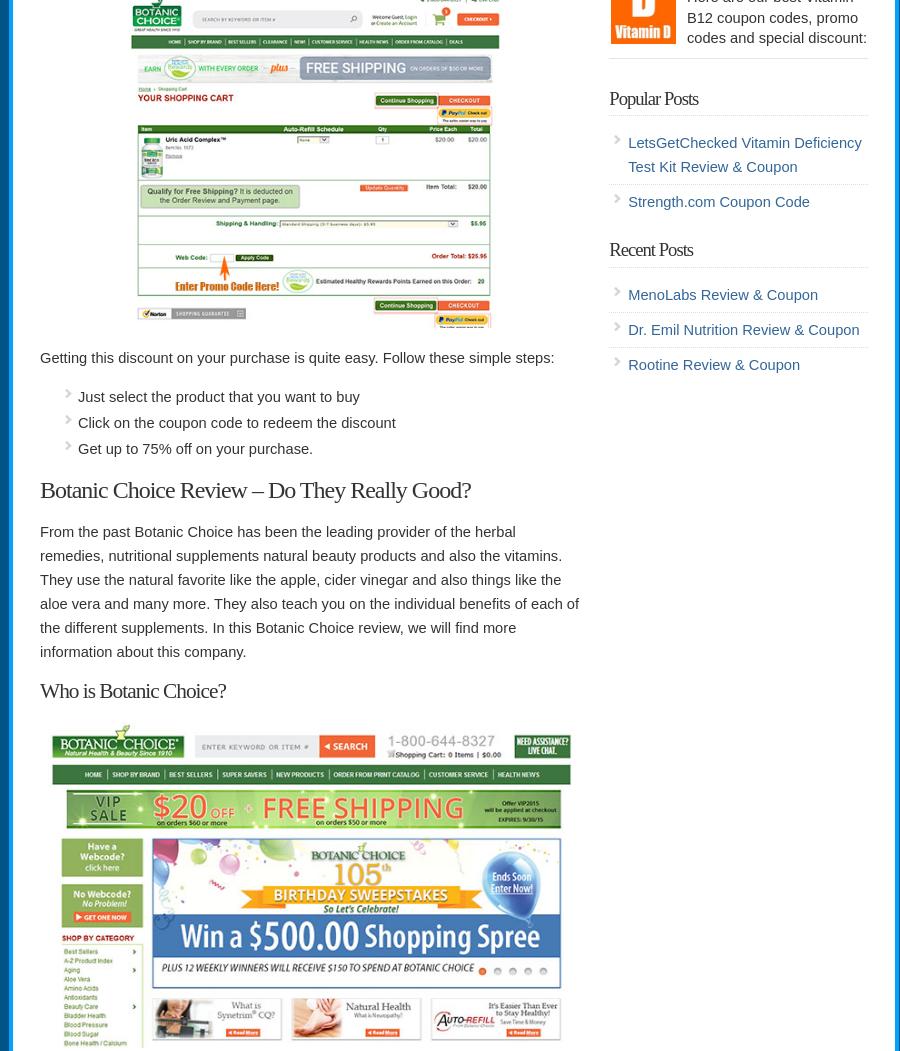 This screenshot has width=900, height=1051. What do you see at coordinates (743, 154) in the screenshot?
I see `'LetsGetChecked Vitamin Deficiency Test Kit Review & Coupon'` at bounding box center [743, 154].